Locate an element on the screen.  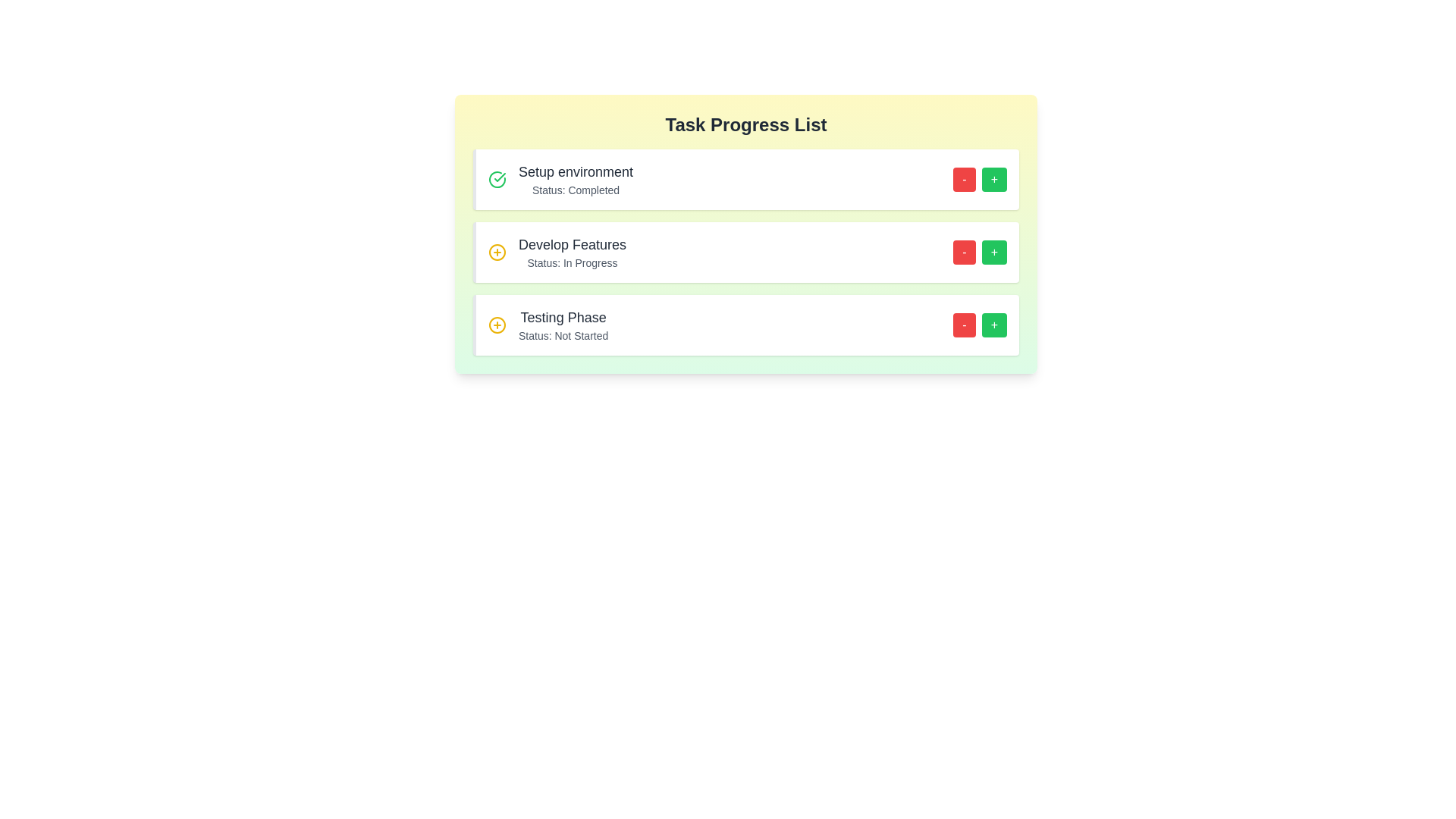
the decrease button for the task 'Develop Features' is located at coordinates (964, 251).